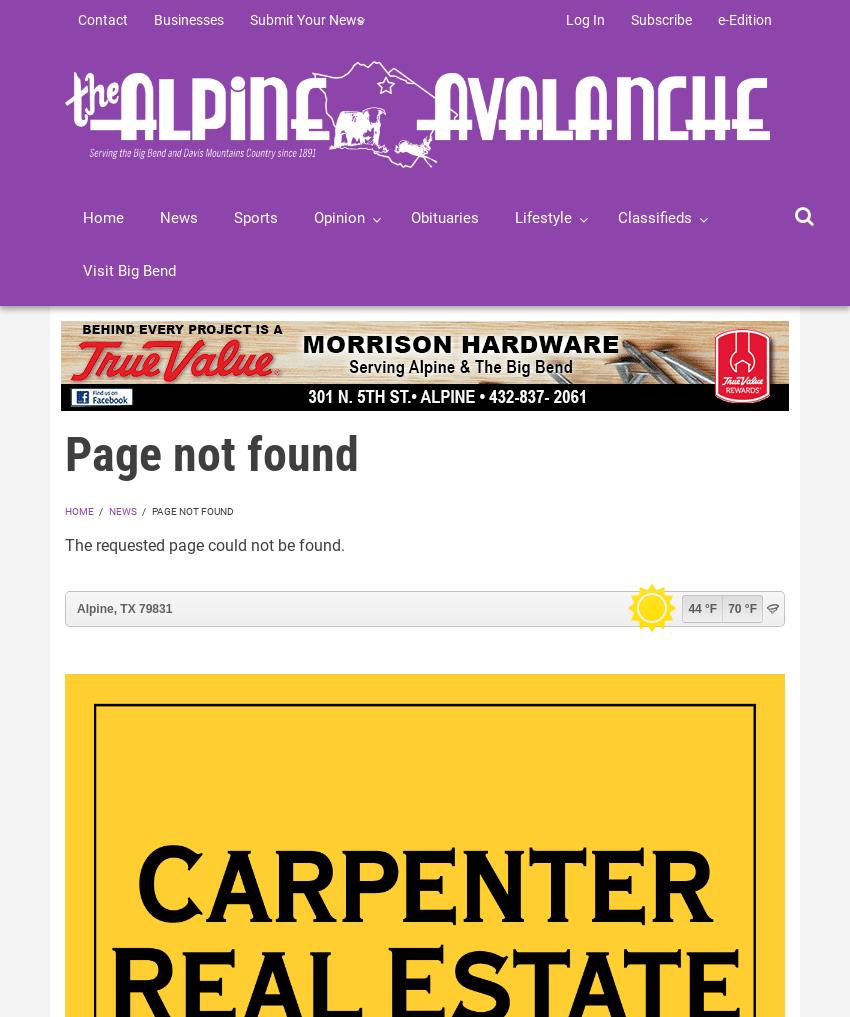  What do you see at coordinates (204, 545) in the screenshot?
I see `'The requested page could not be found.'` at bounding box center [204, 545].